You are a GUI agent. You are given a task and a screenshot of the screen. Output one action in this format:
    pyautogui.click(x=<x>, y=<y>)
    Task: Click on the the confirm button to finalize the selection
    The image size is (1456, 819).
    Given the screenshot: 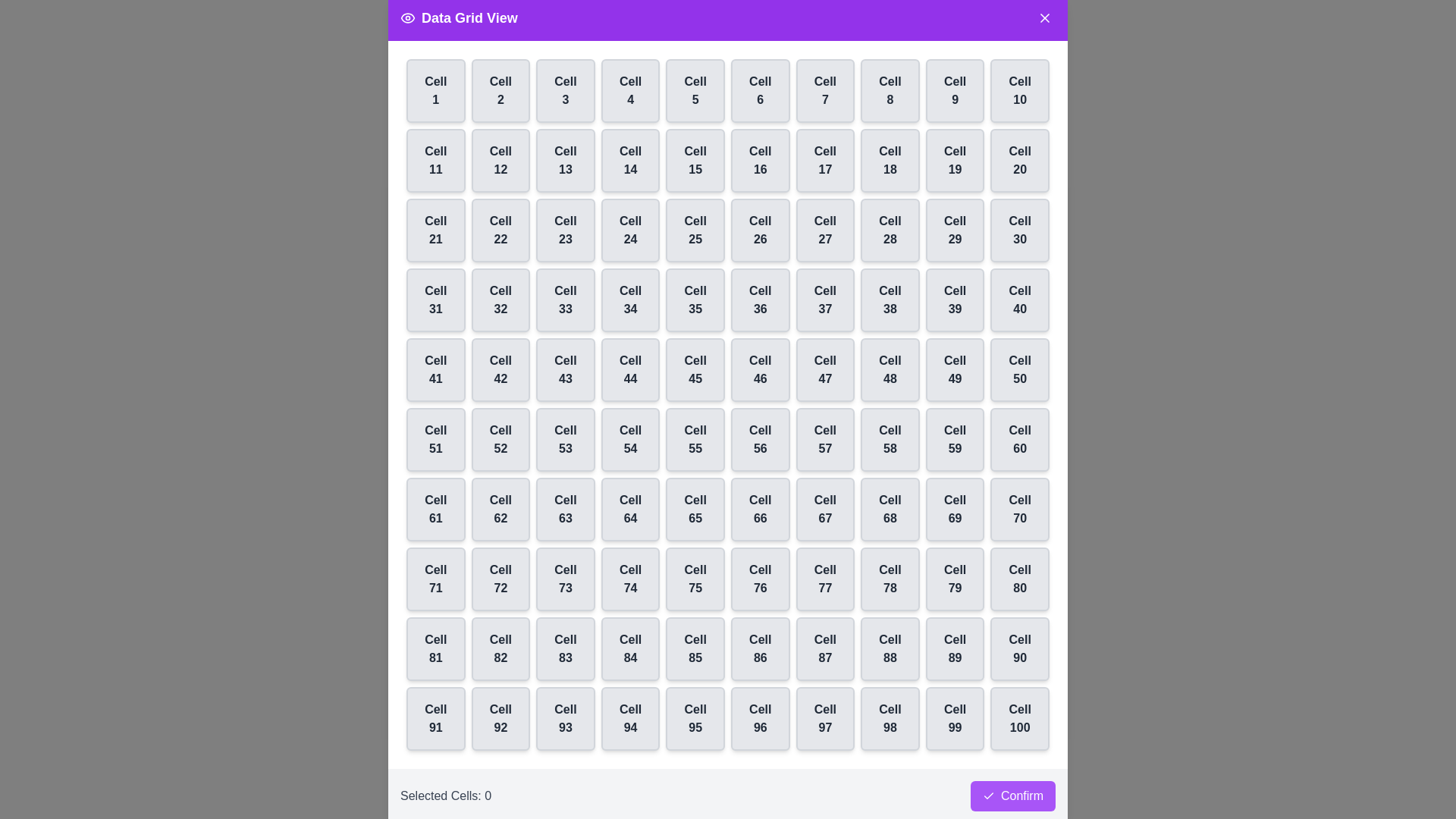 What is the action you would take?
    pyautogui.click(x=1012, y=795)
    